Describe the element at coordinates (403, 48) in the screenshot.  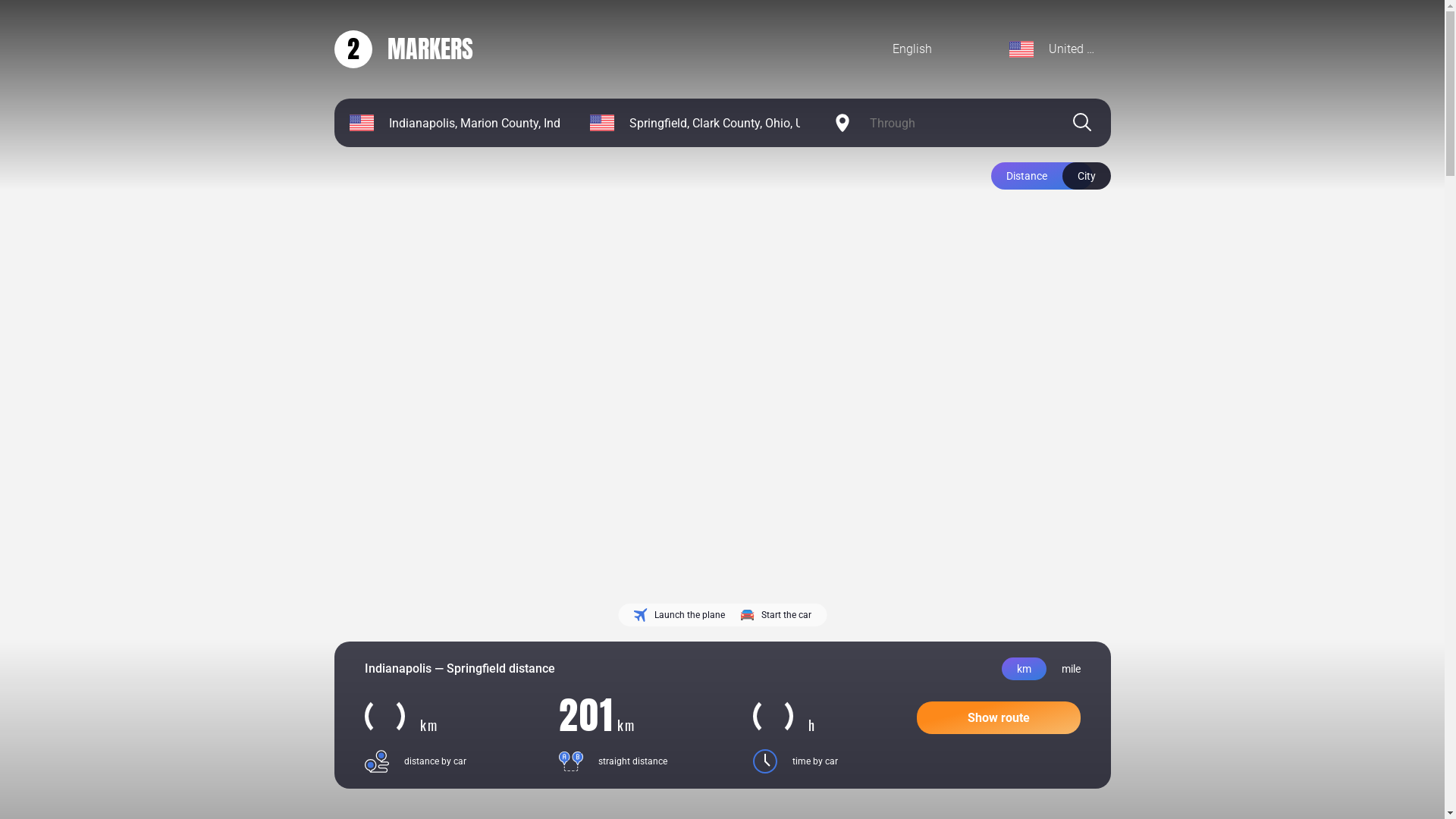
I see `'2MARKERS'` at that location.